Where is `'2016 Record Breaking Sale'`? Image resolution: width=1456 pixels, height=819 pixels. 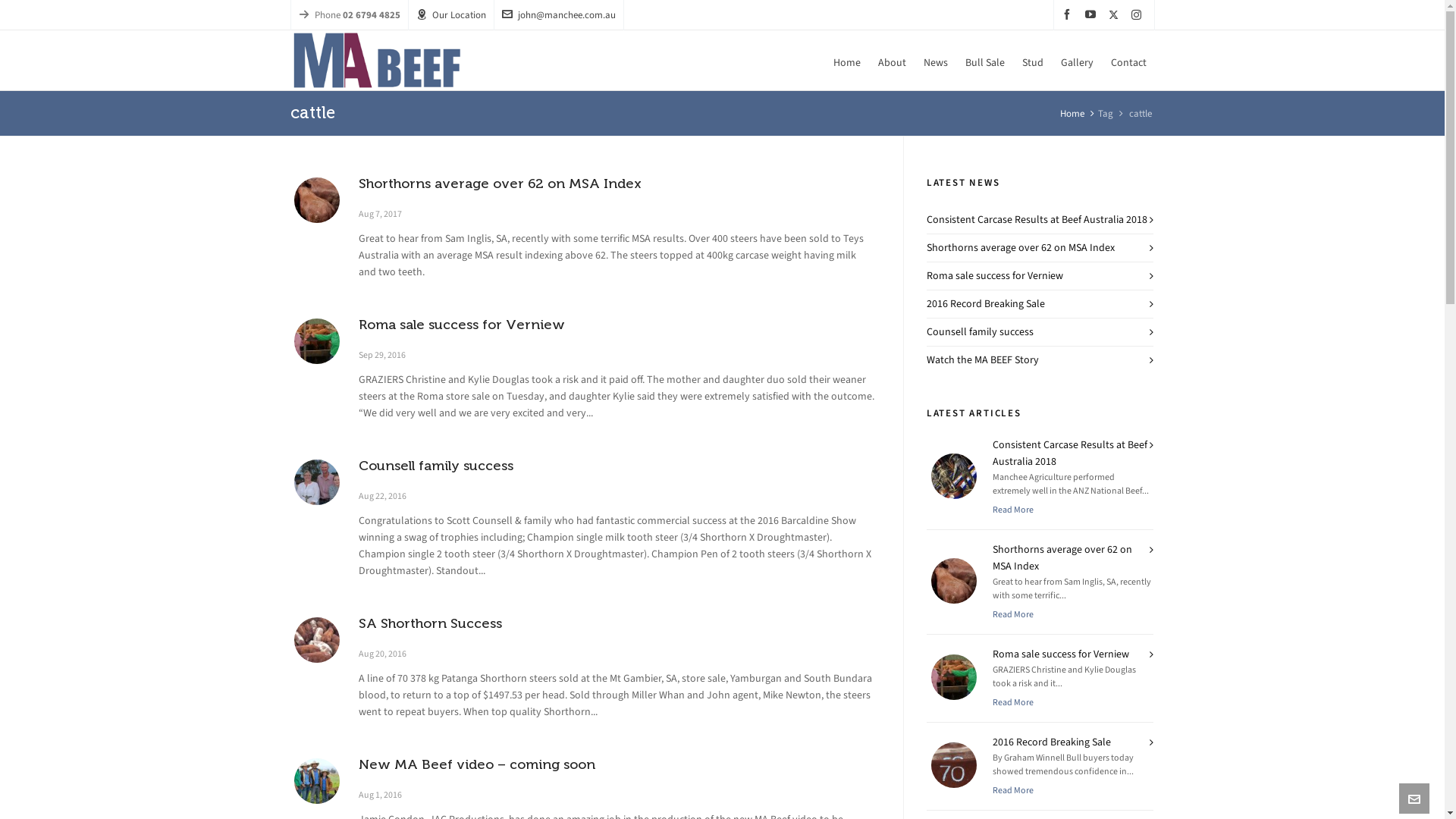
'2016 Record Breaking Sale' is located at coordinates (986, 303).